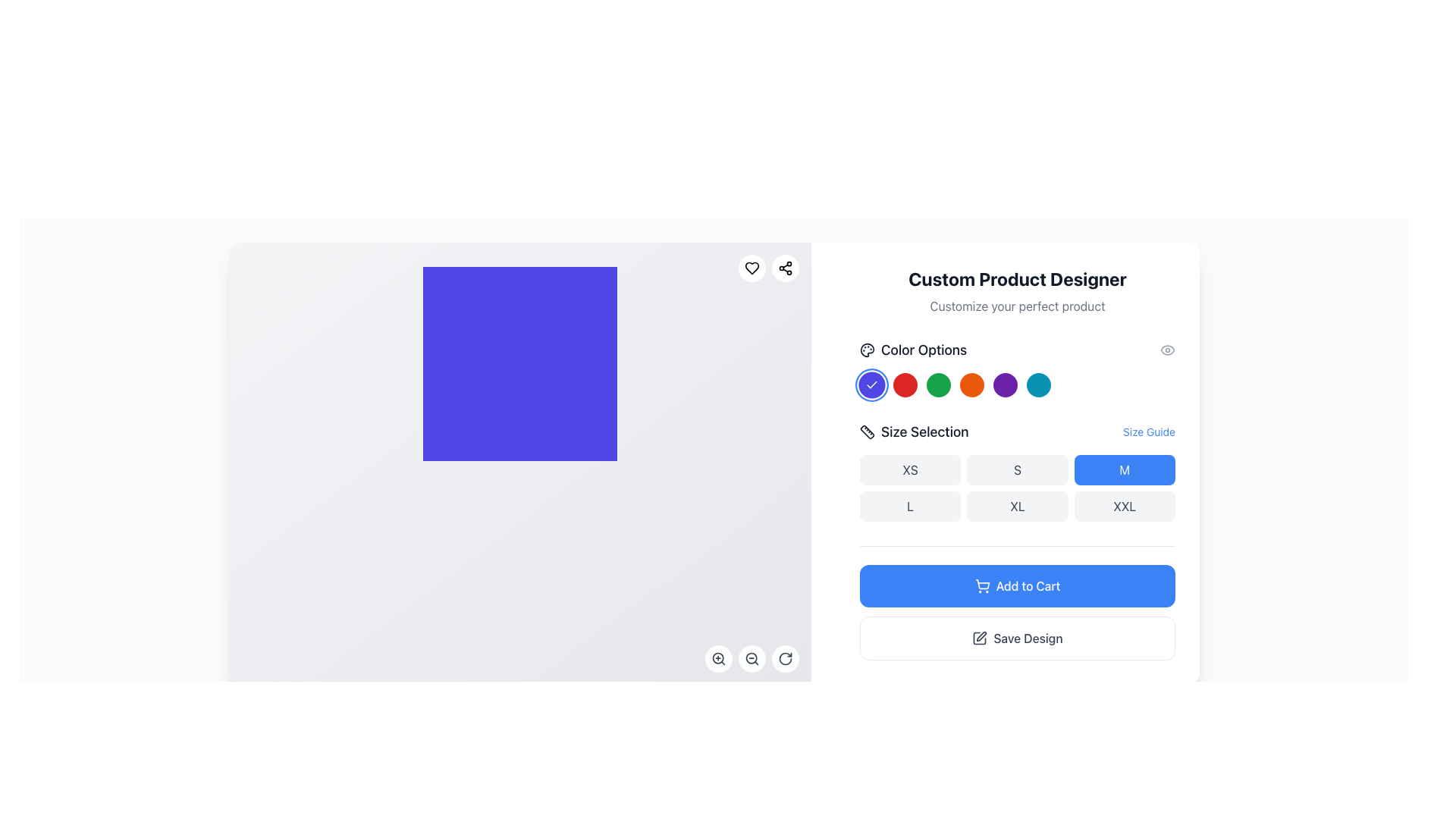 The width and height of the screenshot is (1456, 819). Describe the element at coordinates (910, 469) in the screenshot. I see `the 'XS' button, which is a rounded rectangular button with a light gray background and the text 'XS' in dark gray, located in the 'Size Selection' section of the grid layout` at that location.